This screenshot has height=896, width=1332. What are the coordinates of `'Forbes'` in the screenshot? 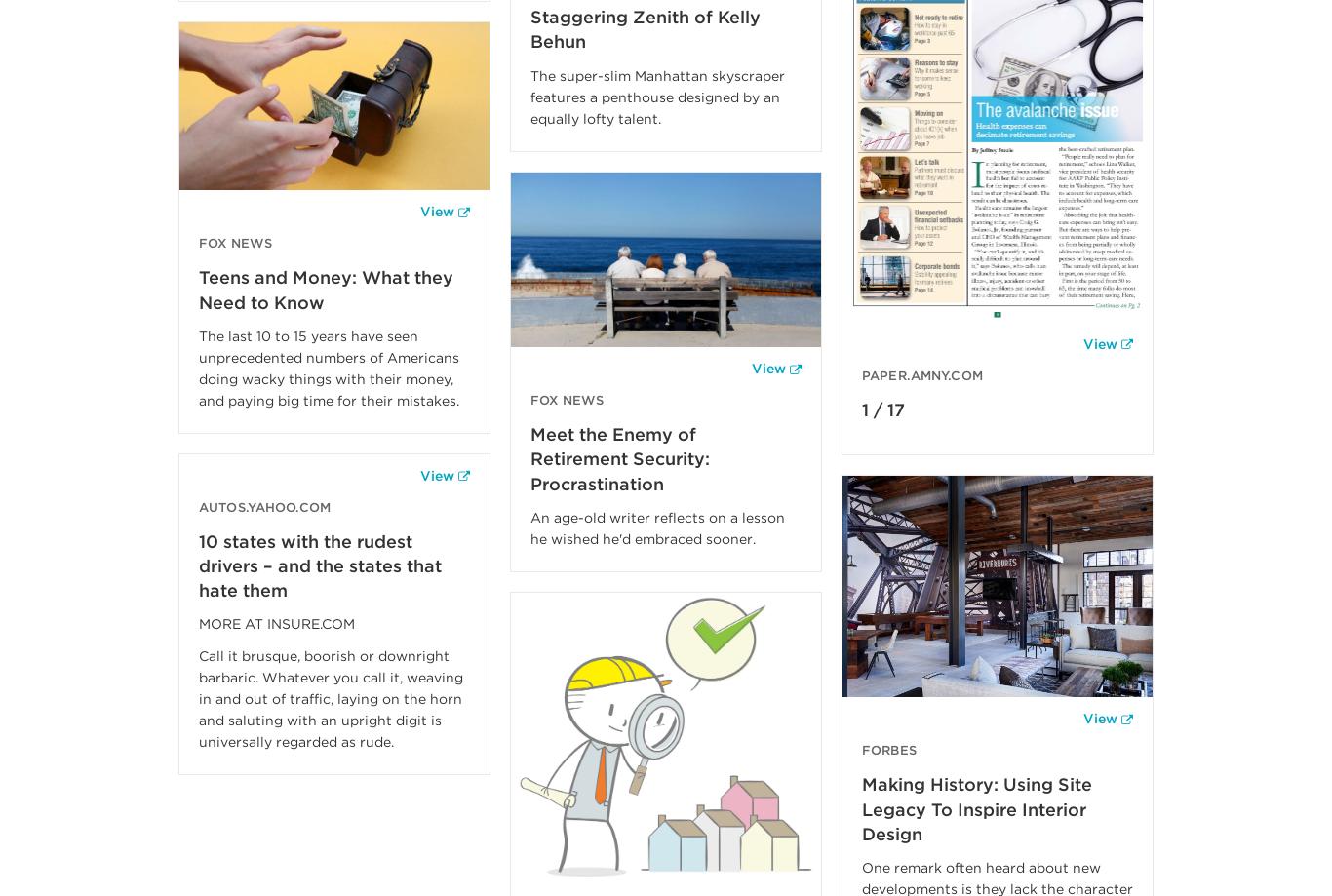 It's located at (888, 750).